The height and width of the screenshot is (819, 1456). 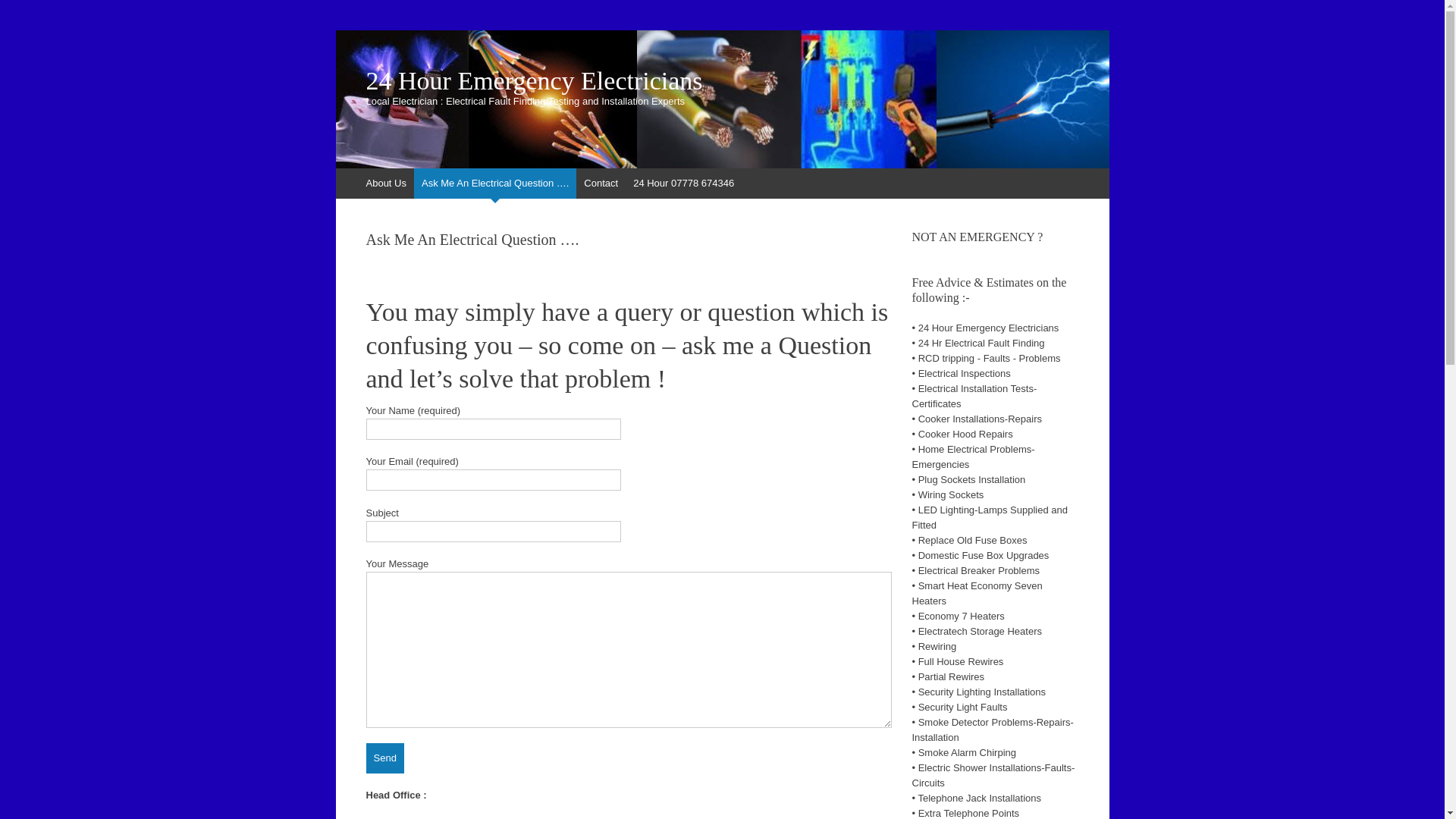 What do you see at coordinates (682, 183) in the screenshot?
I see `'24 Hour 07778 674346'` at bounding box center [682, 183].